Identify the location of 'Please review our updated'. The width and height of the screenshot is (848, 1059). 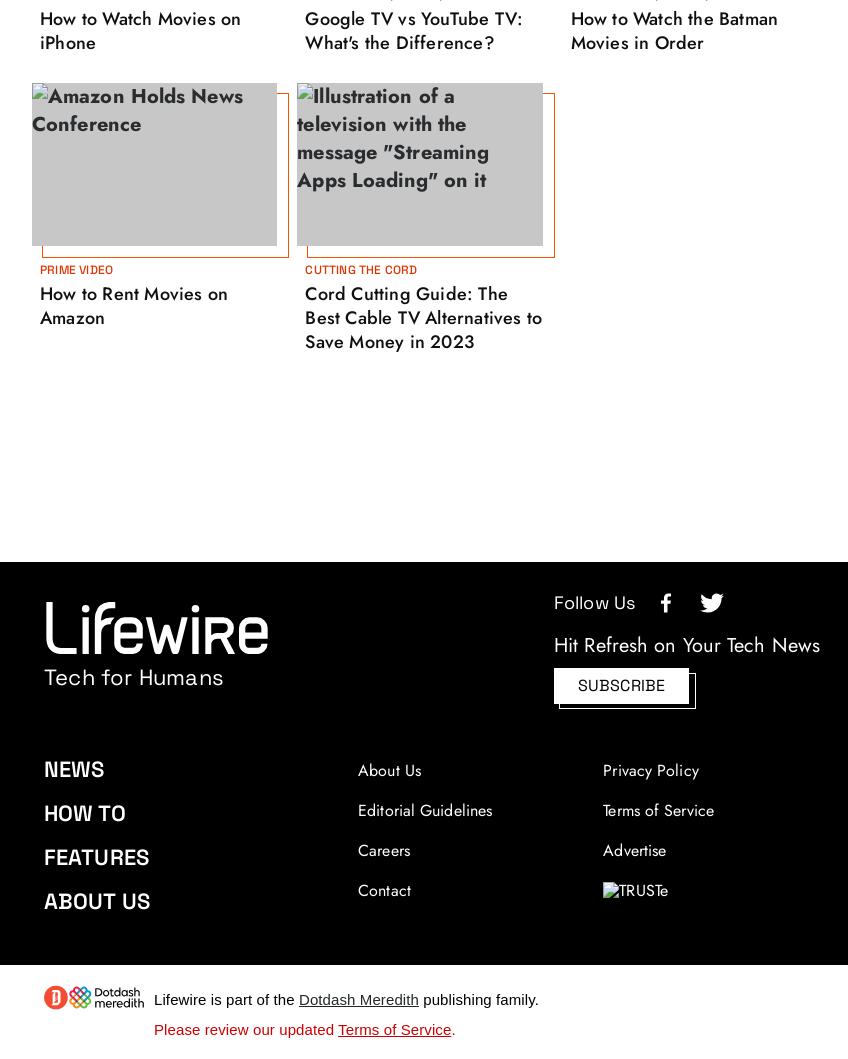
(245, 1028).